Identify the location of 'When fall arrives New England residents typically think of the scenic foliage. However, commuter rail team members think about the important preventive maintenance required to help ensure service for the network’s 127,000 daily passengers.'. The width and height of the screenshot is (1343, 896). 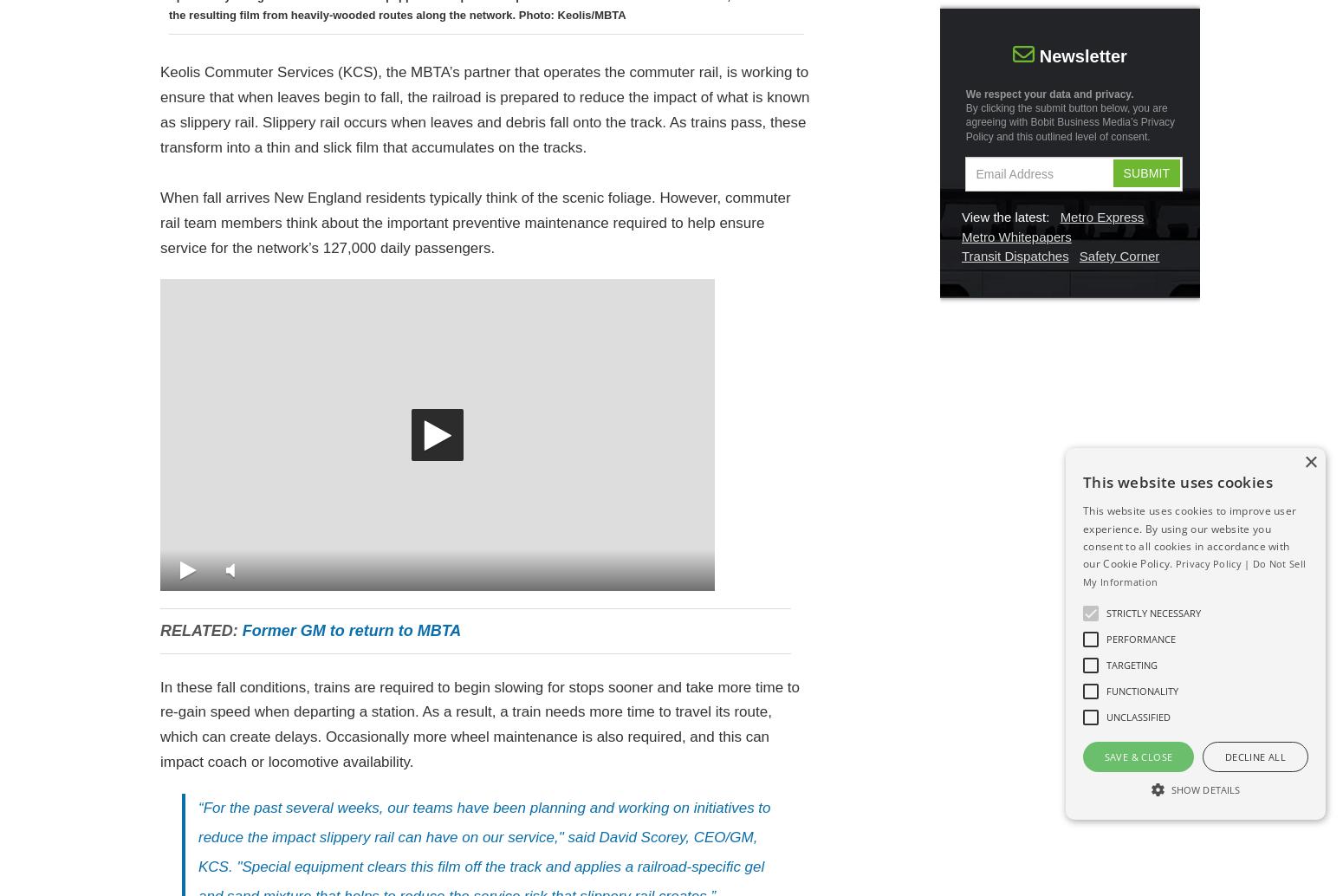
(475, 222).